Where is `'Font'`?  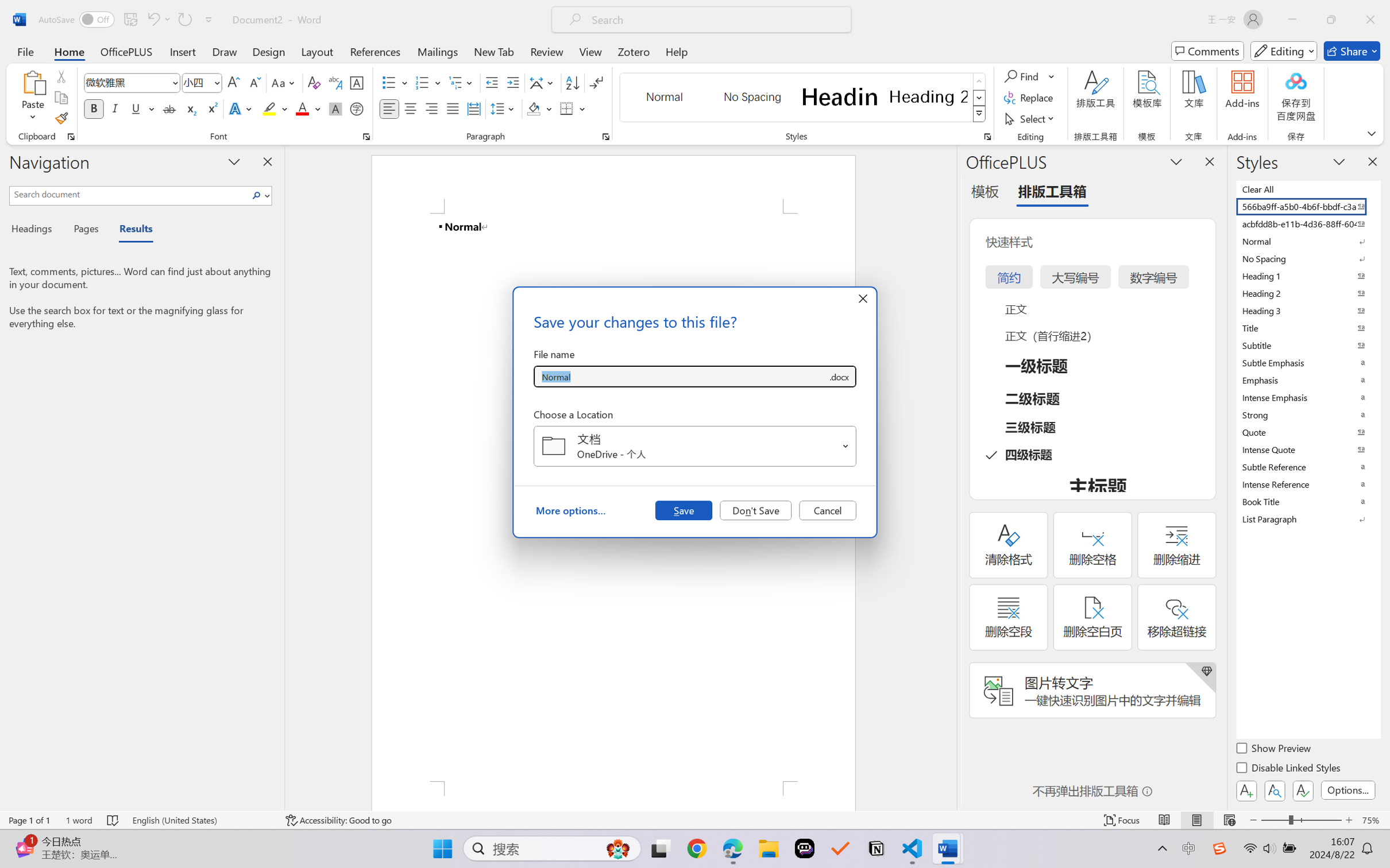
'Font' is located at coordinates (132, 83).